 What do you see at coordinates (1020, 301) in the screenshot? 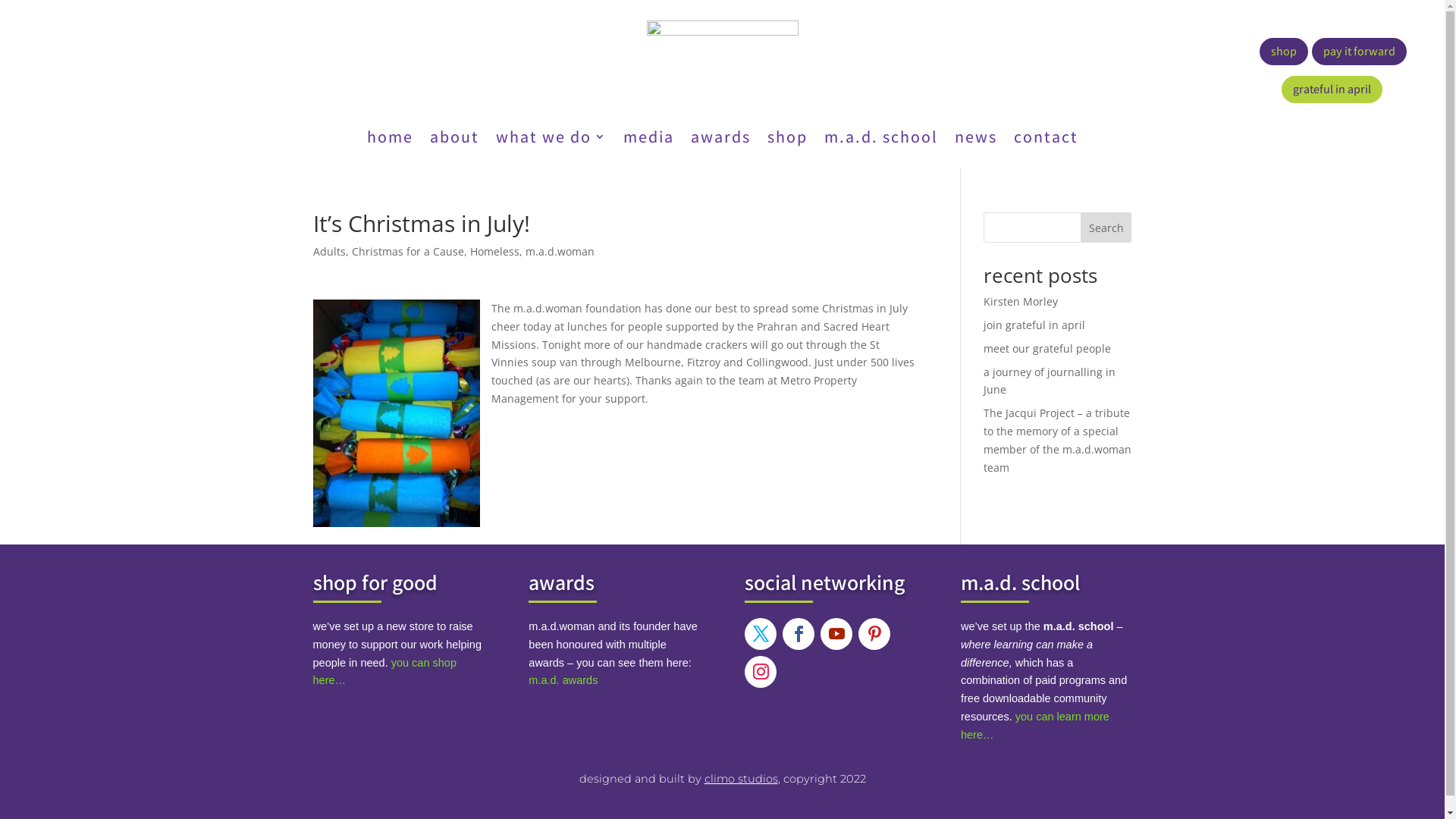
I see `'Kirsten Morley'` at bounding box center [1020, 301].